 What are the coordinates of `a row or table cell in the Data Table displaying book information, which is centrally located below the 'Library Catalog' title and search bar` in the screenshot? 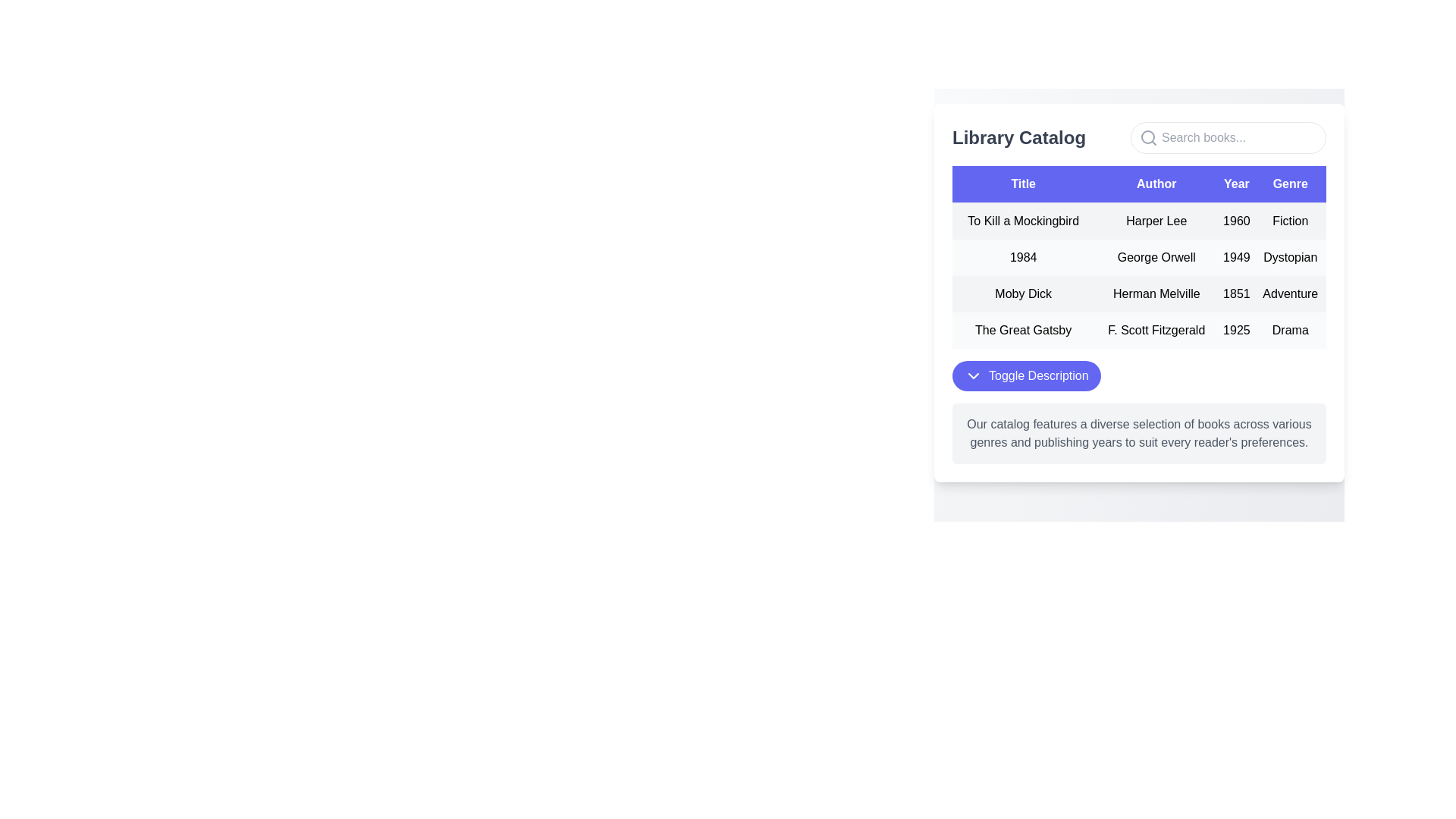 It's located at (1139, 275).